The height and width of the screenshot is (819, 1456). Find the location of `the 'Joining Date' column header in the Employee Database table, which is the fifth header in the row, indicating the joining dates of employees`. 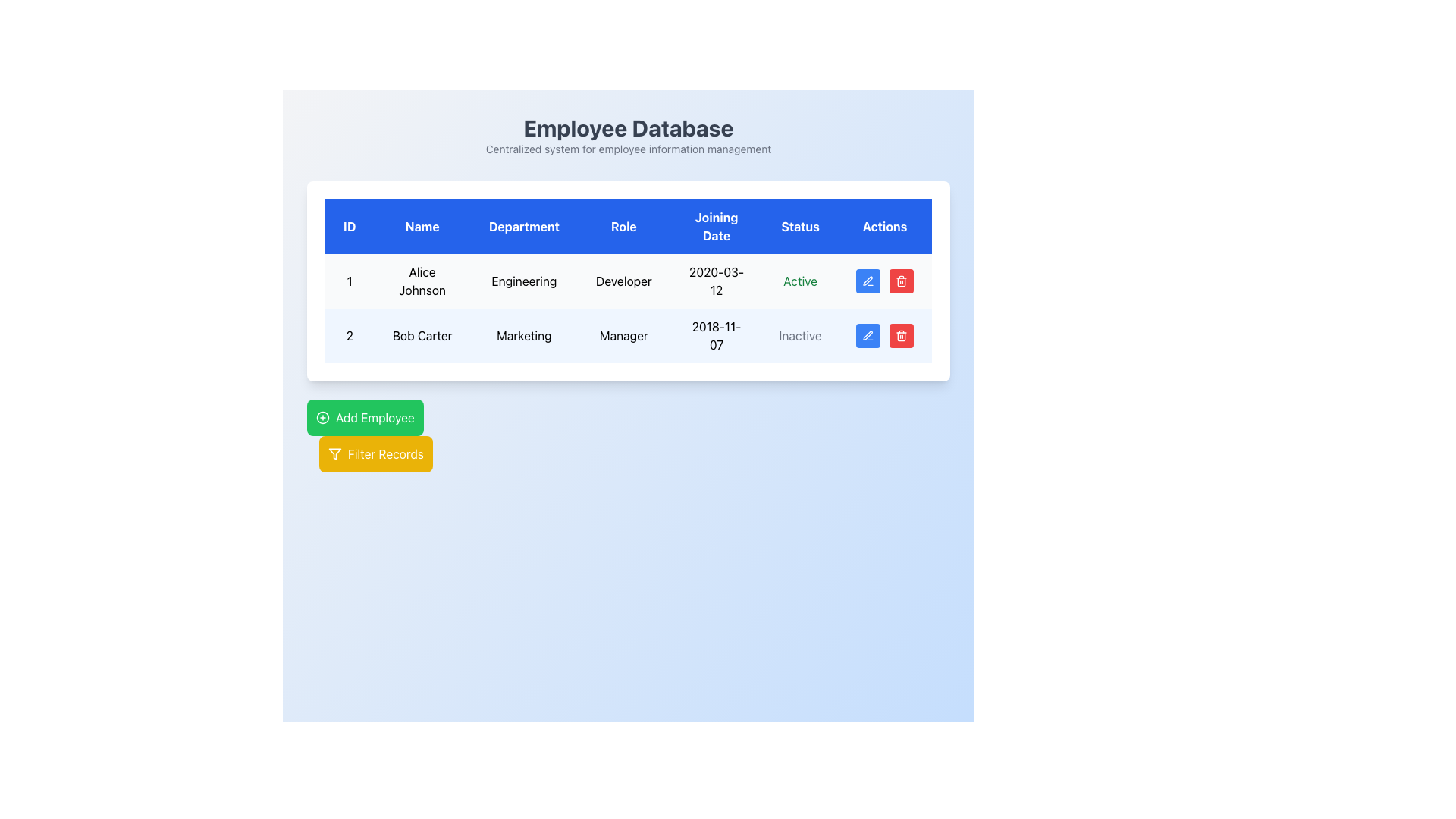

the 'Joining Date' column header in the Employee Database table, which is the fifth header in the row, indicating the joining dates of employees is located at coordinates (716, 227).